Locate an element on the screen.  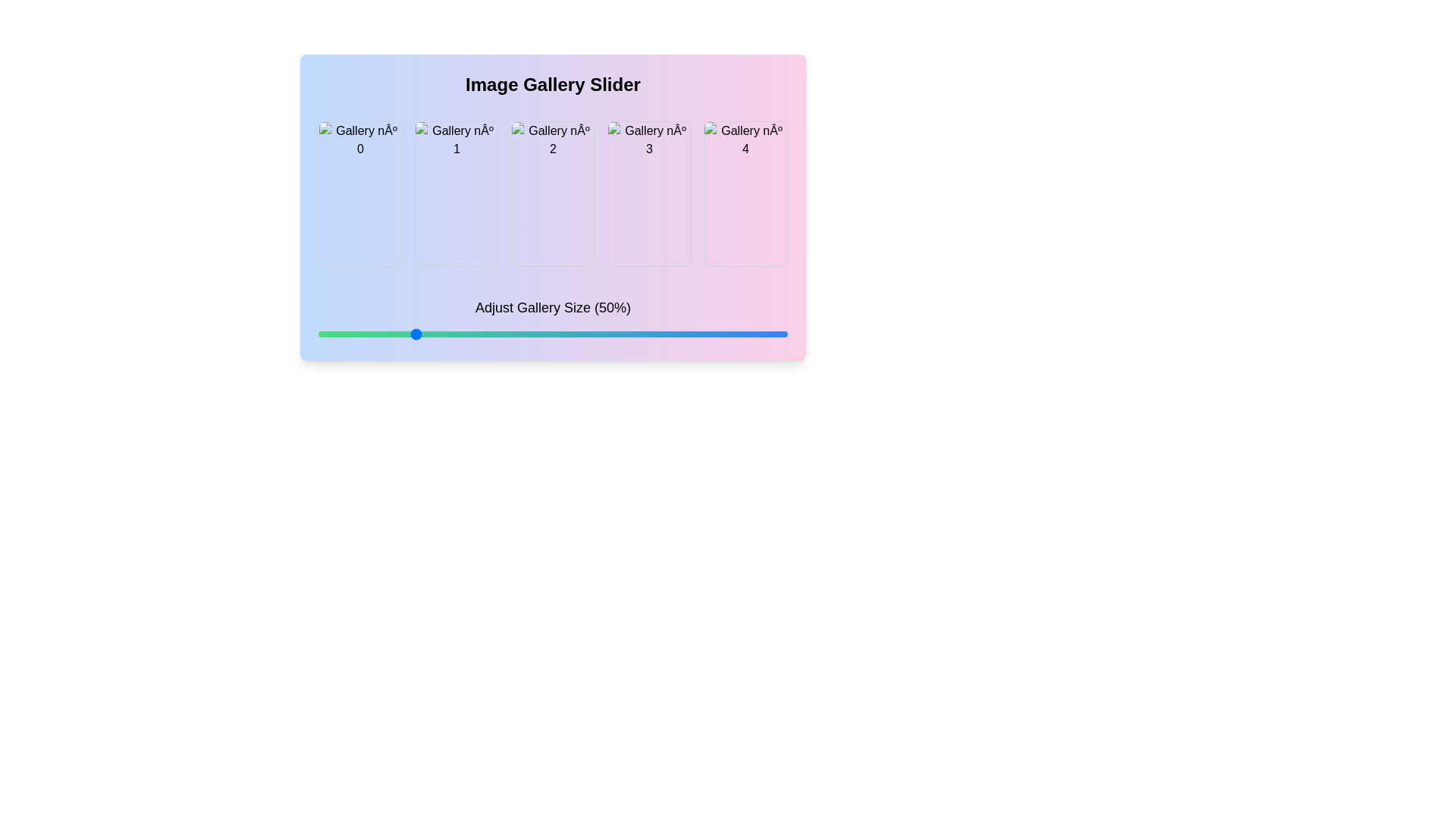
the gallery size slider to 128% is located at coordinates (704, 333).